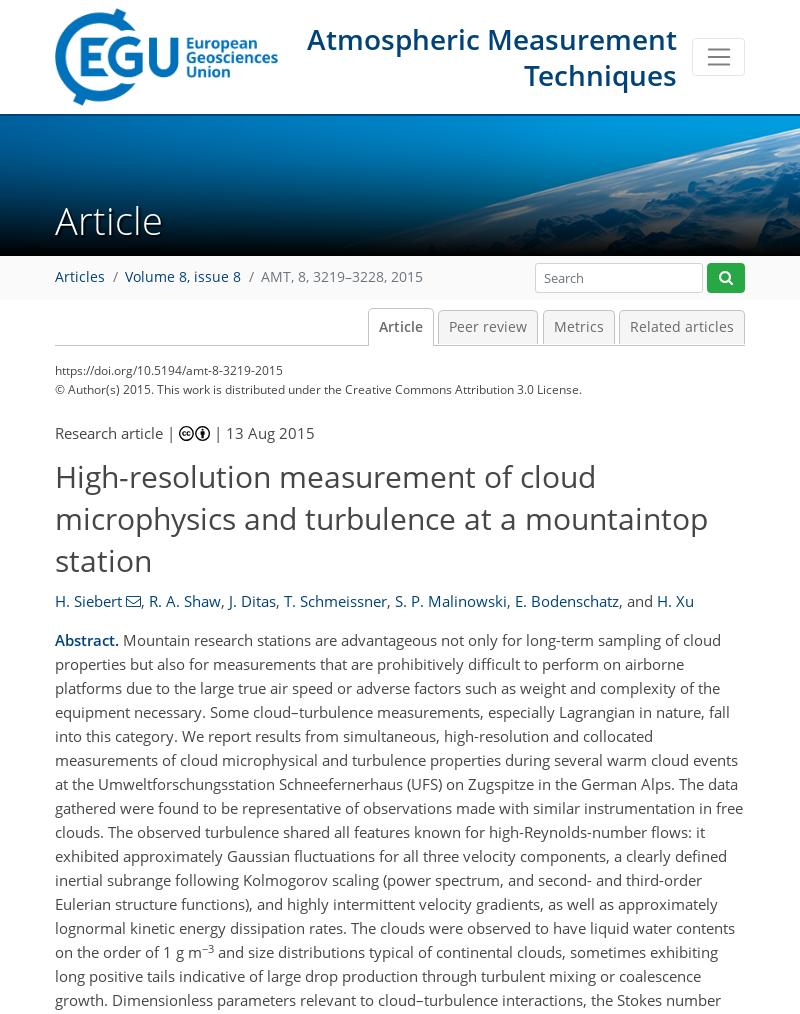 The height and width of the screenshot is (1014, 800). Describe the element at coordinates (54, 388) in the screenshot. I see `'© Author(s) 2015. This work is distributed under'` at that location.